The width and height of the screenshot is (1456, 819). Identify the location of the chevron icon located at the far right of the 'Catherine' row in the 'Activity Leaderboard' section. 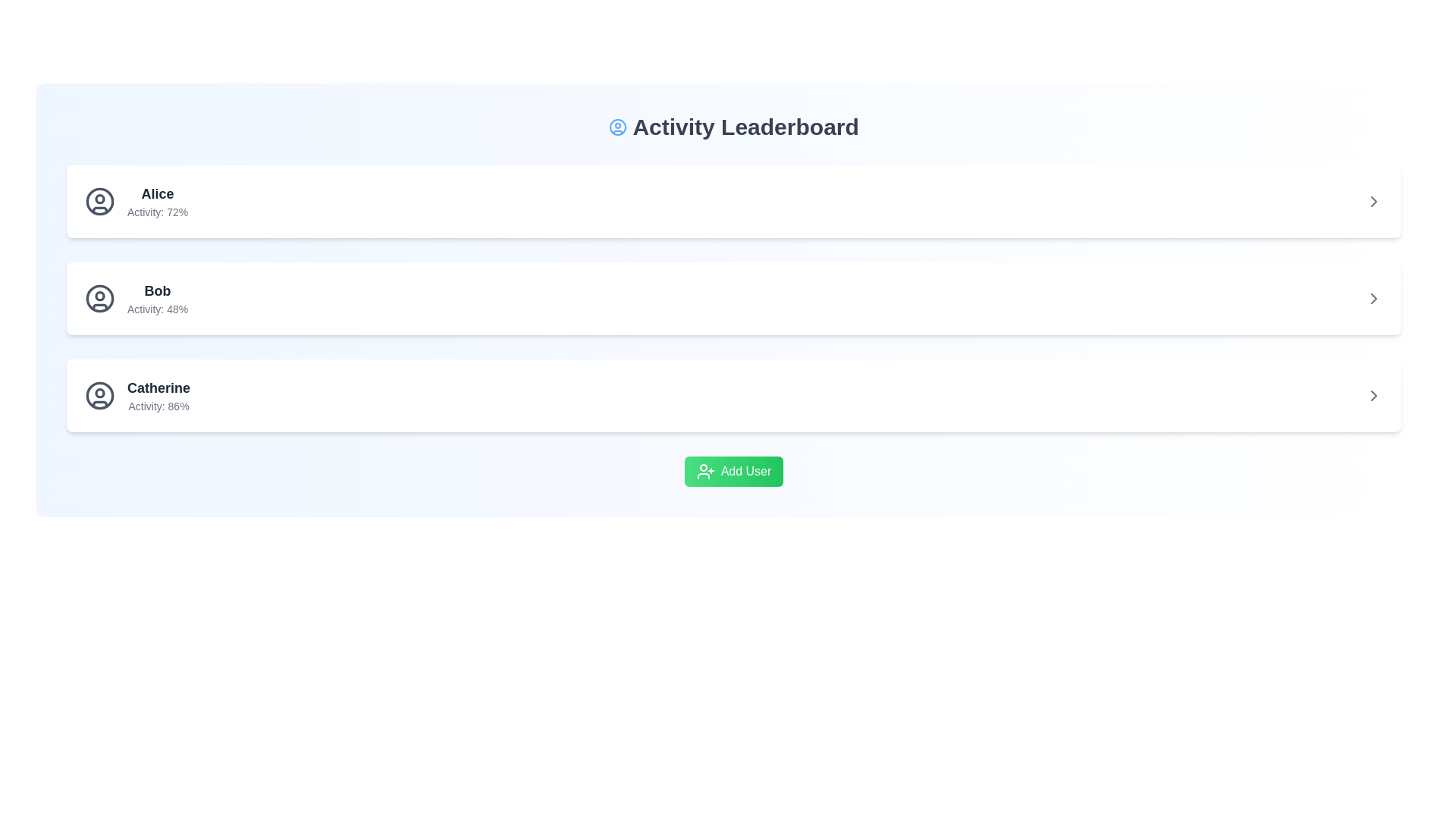
(1373, 394).